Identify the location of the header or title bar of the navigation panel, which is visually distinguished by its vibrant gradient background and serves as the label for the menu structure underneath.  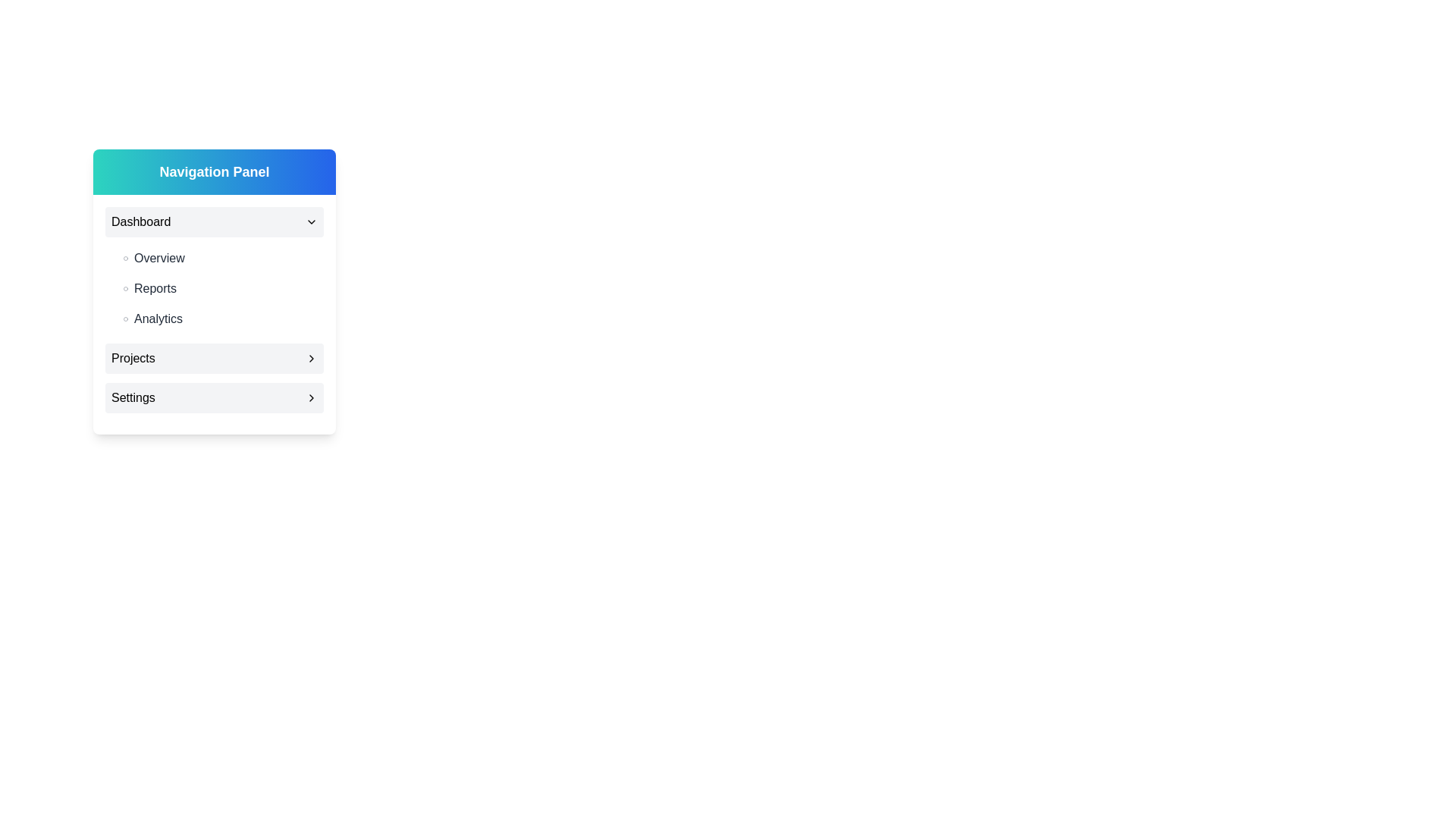
(214, 171).